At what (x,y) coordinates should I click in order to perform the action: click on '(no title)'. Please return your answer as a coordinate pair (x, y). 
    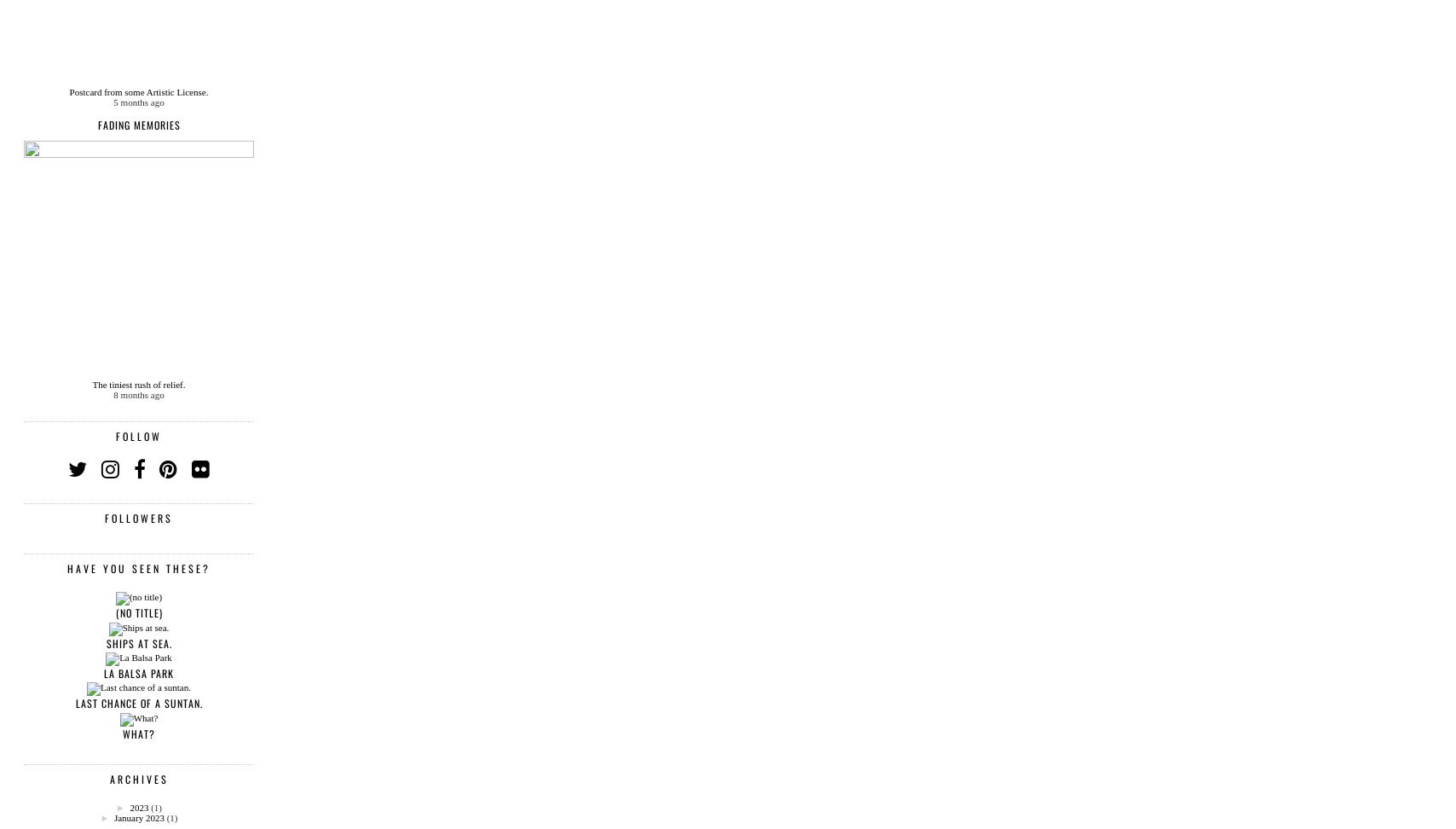
    Looking at the image, I should click on (138, 612).